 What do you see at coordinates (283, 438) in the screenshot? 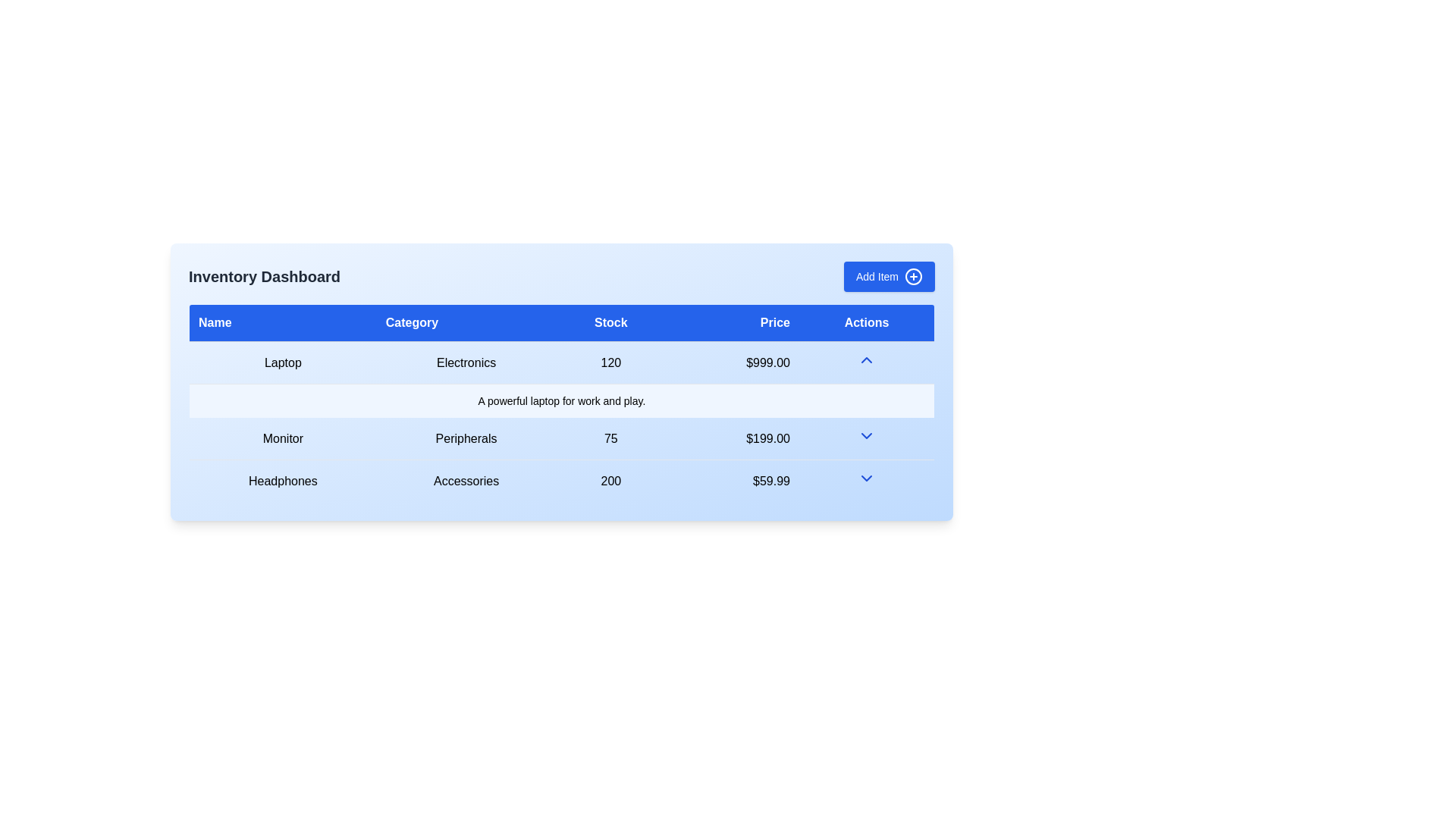
I see `the Label element containing the text 'Monitor', which has a light blue background and is positioned under the 'Name' column header` at bounding box center [283, 438].